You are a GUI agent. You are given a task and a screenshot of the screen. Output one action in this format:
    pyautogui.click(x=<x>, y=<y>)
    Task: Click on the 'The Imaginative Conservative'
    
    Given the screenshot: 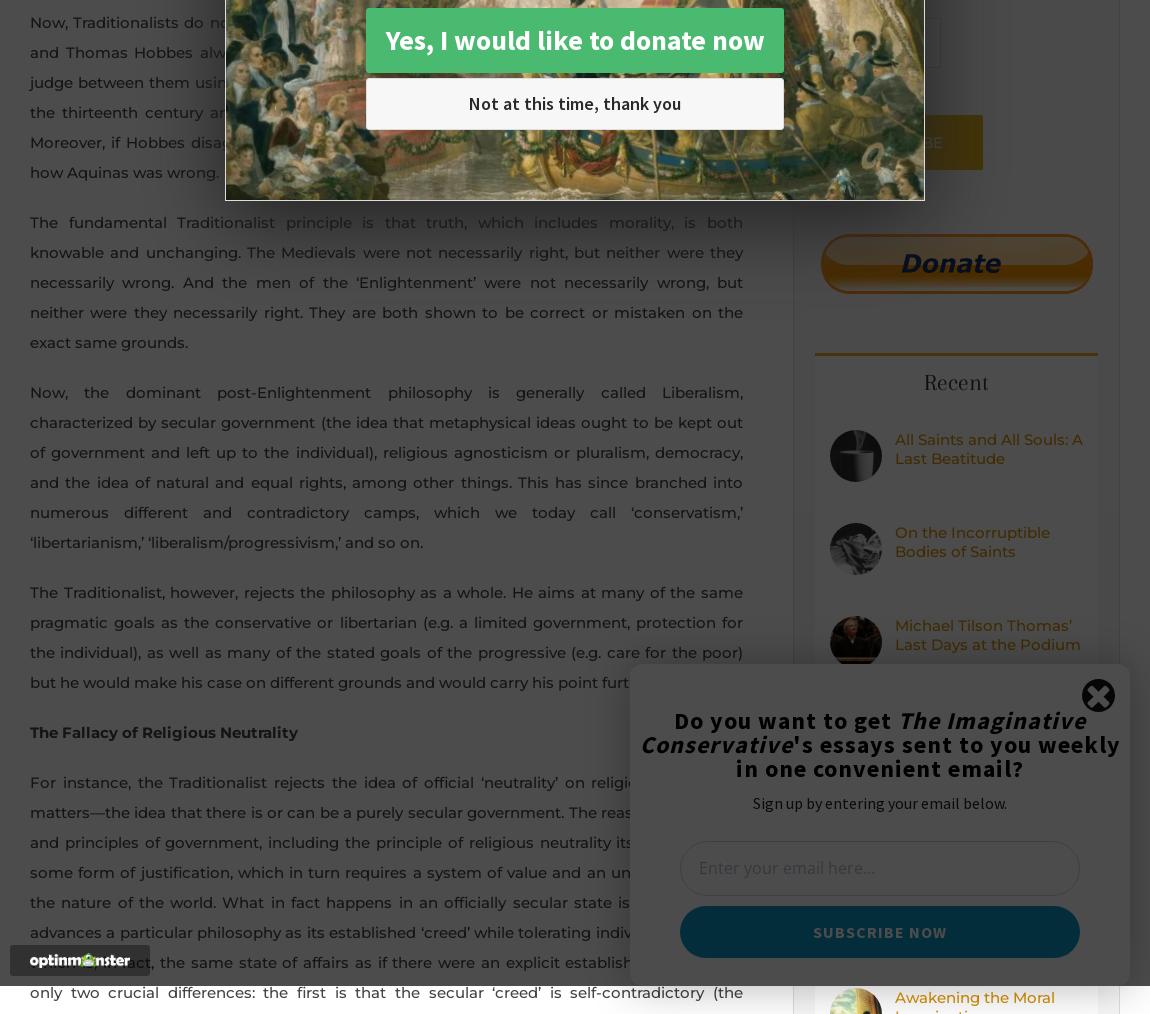 What is the action you would take?
    pyautogui.click(x=861, y=731)
    